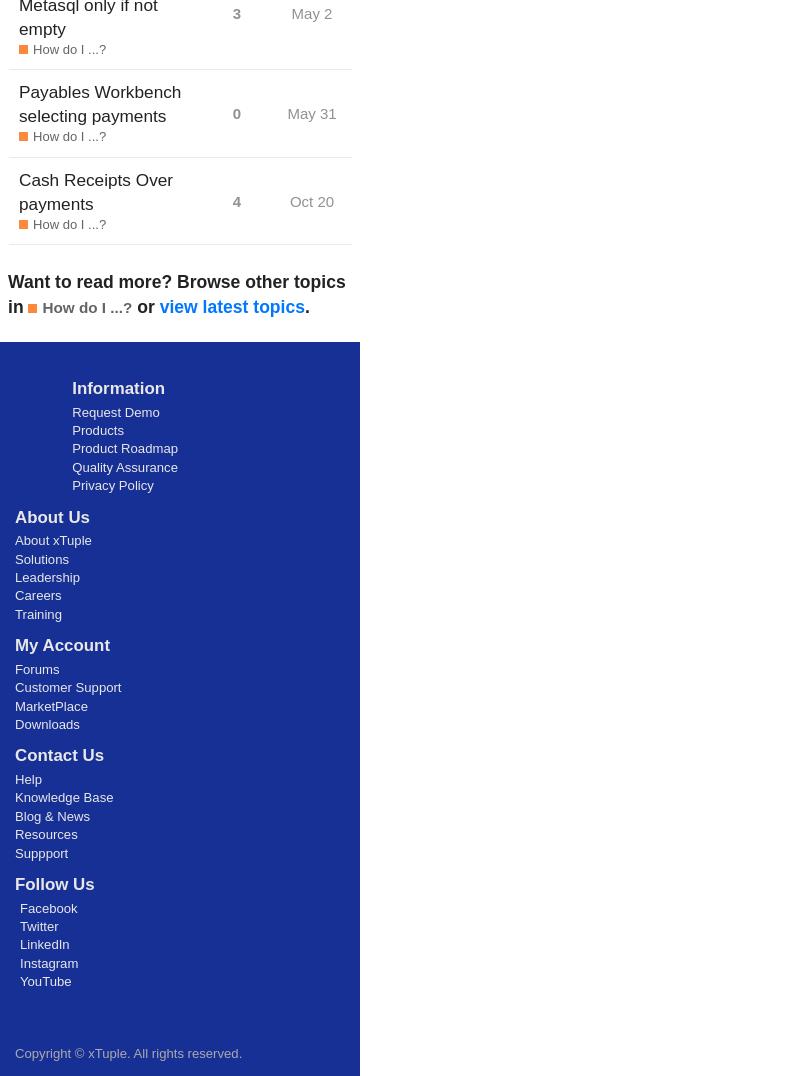 This screenshot has height=1076, width=810. I want to click on 'Twitter', so click(20, 924).